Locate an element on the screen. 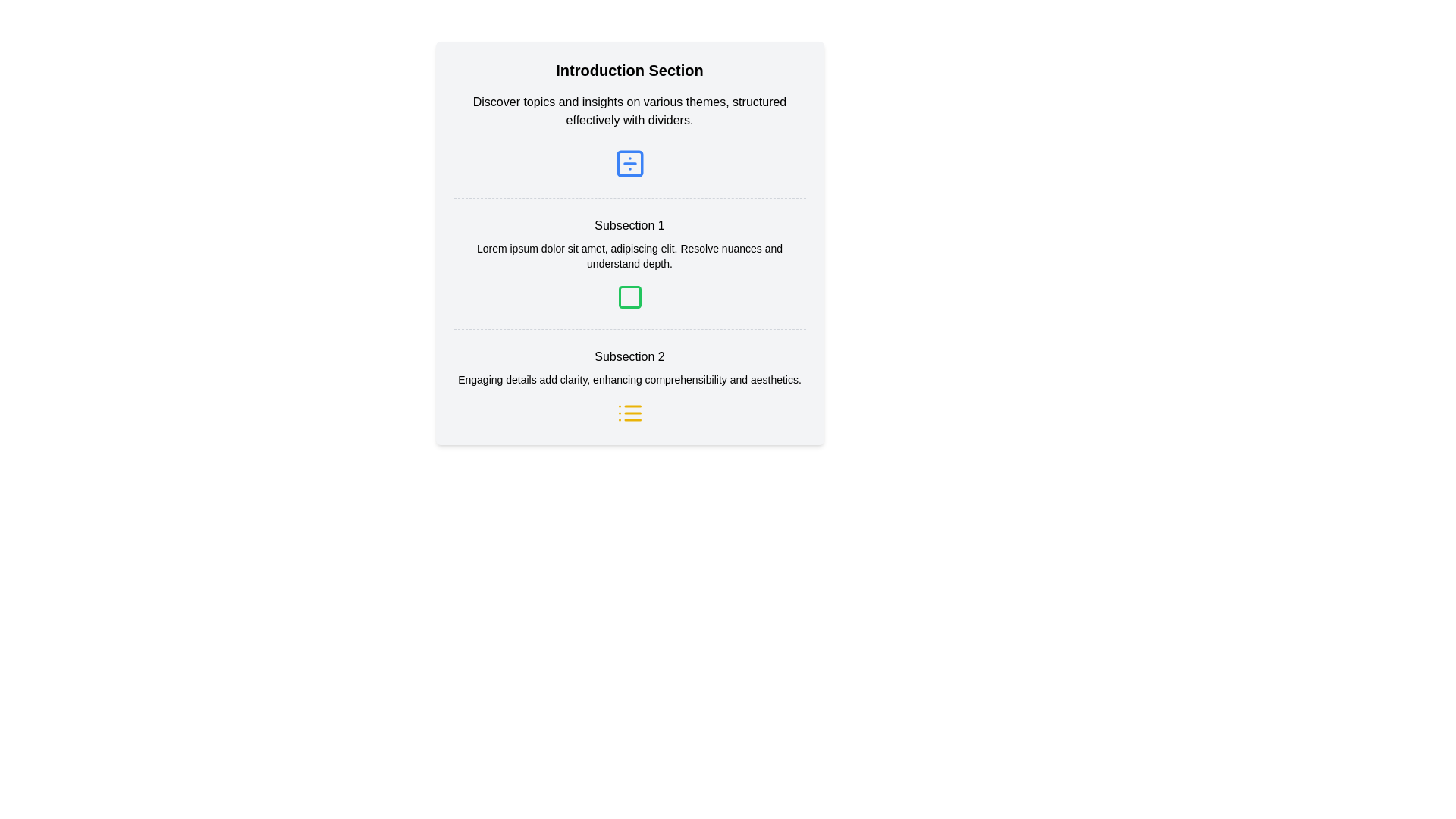 The image size is (1456, 819). text element that serves as the title or header for its associated content, positioned above the description and below the dashed divider line is located at coordinates (629, 356).